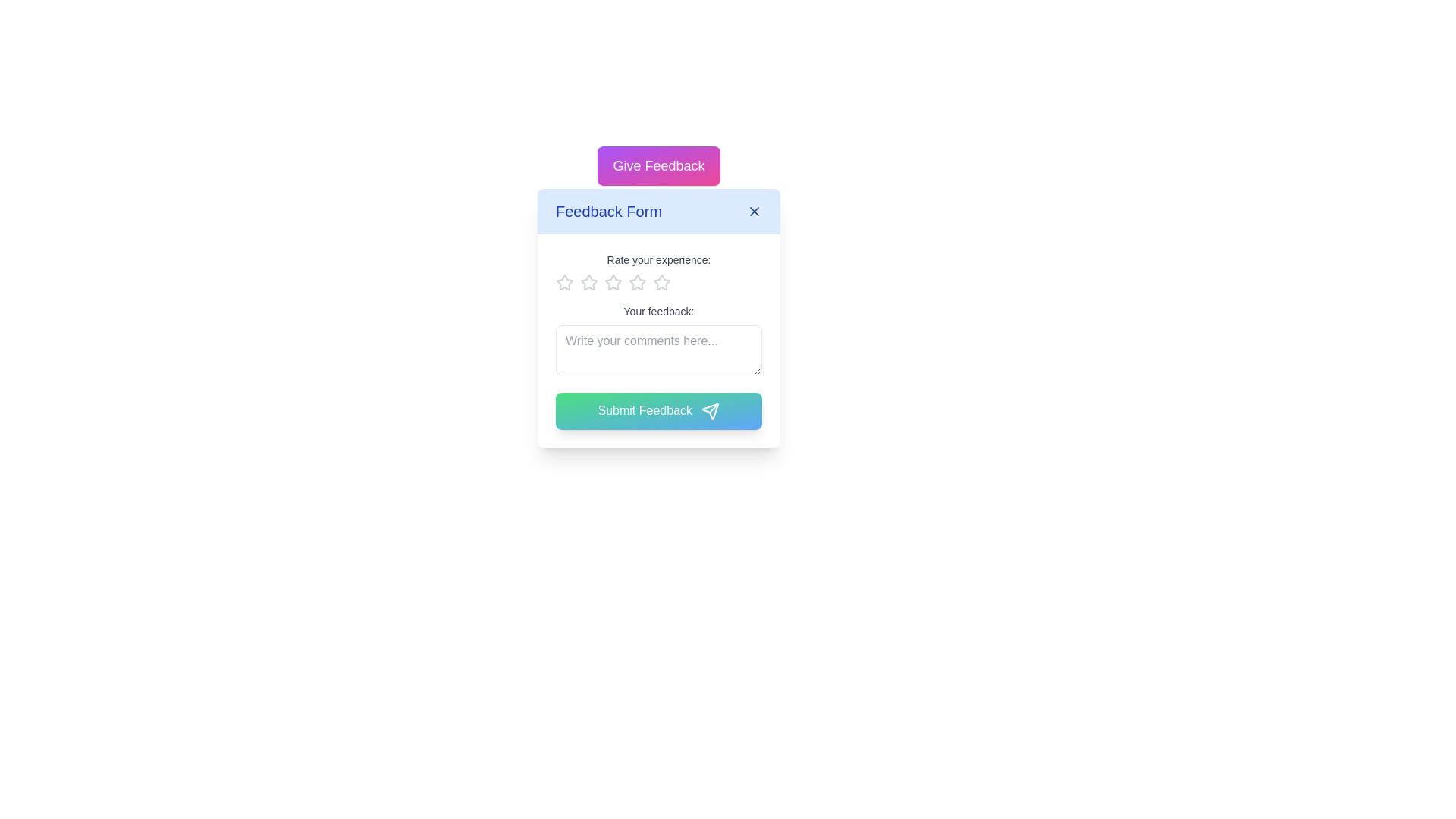  Describe the element at coordinates (658, 350) in the screenshot. I see `the text input field for feedback comments, located below 'Your feedback:' and above the 'Submit Feedback' button` at that location.